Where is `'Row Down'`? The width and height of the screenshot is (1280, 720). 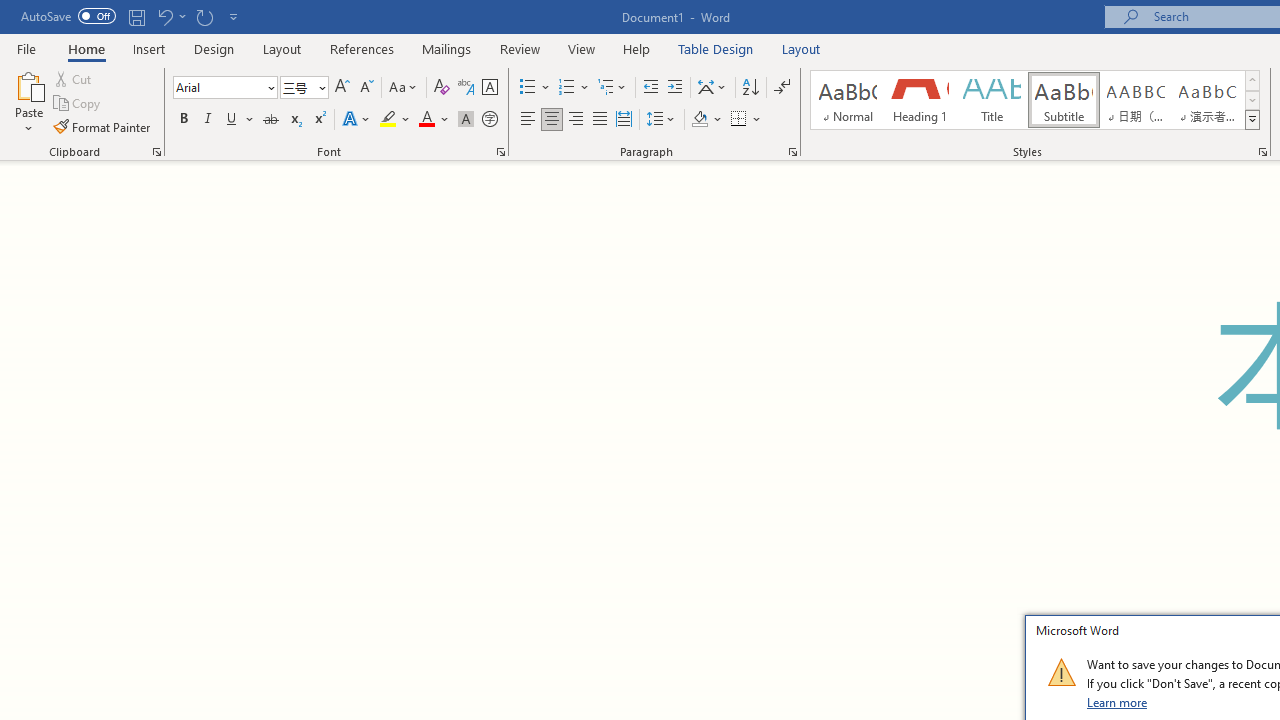 'Row Down' is located at coordinates (1251, 100).